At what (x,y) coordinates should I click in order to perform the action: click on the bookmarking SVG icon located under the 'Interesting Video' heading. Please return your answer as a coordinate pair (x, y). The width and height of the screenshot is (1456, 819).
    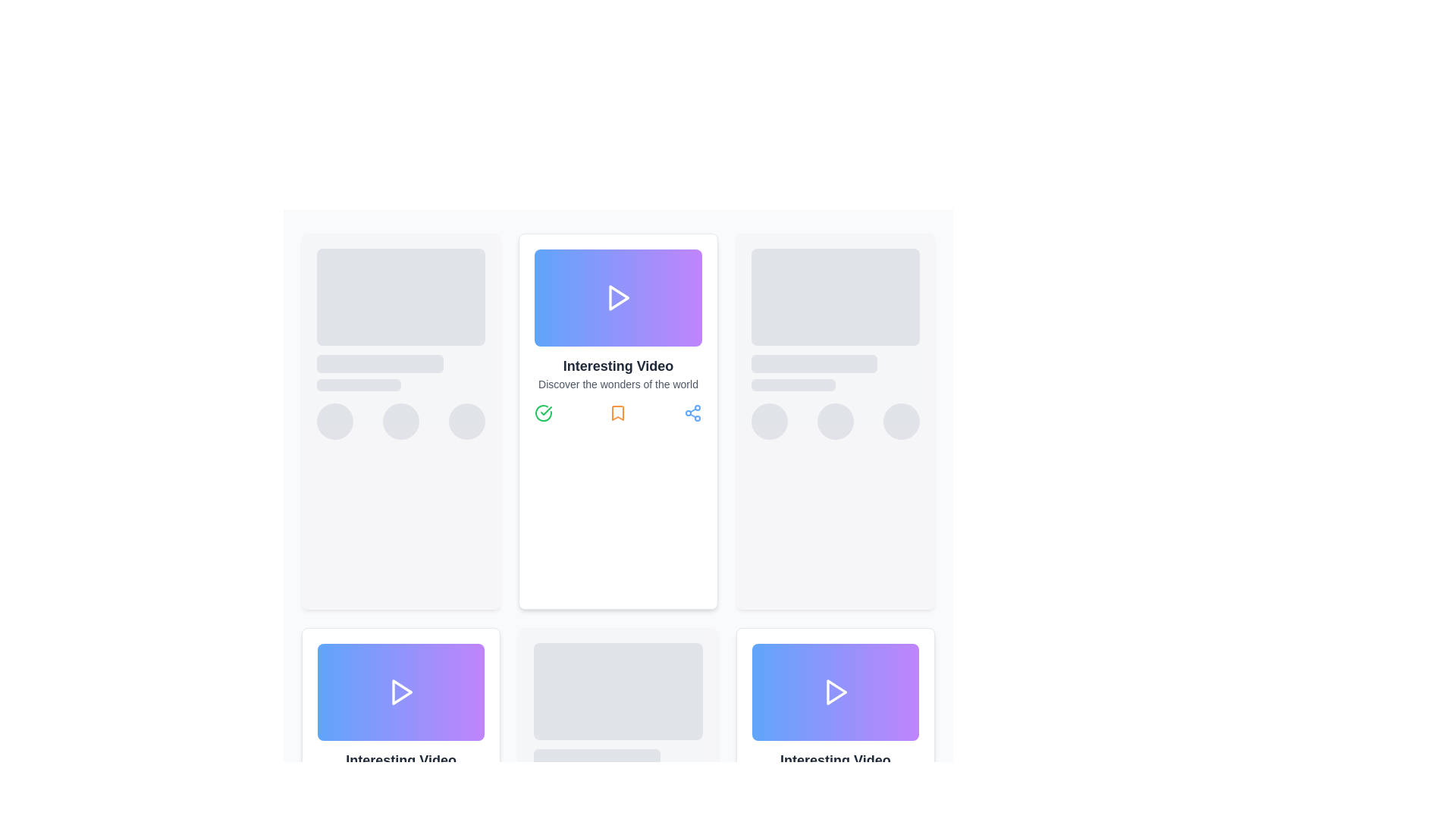
    Looking at the image, I should click on (618, 413).